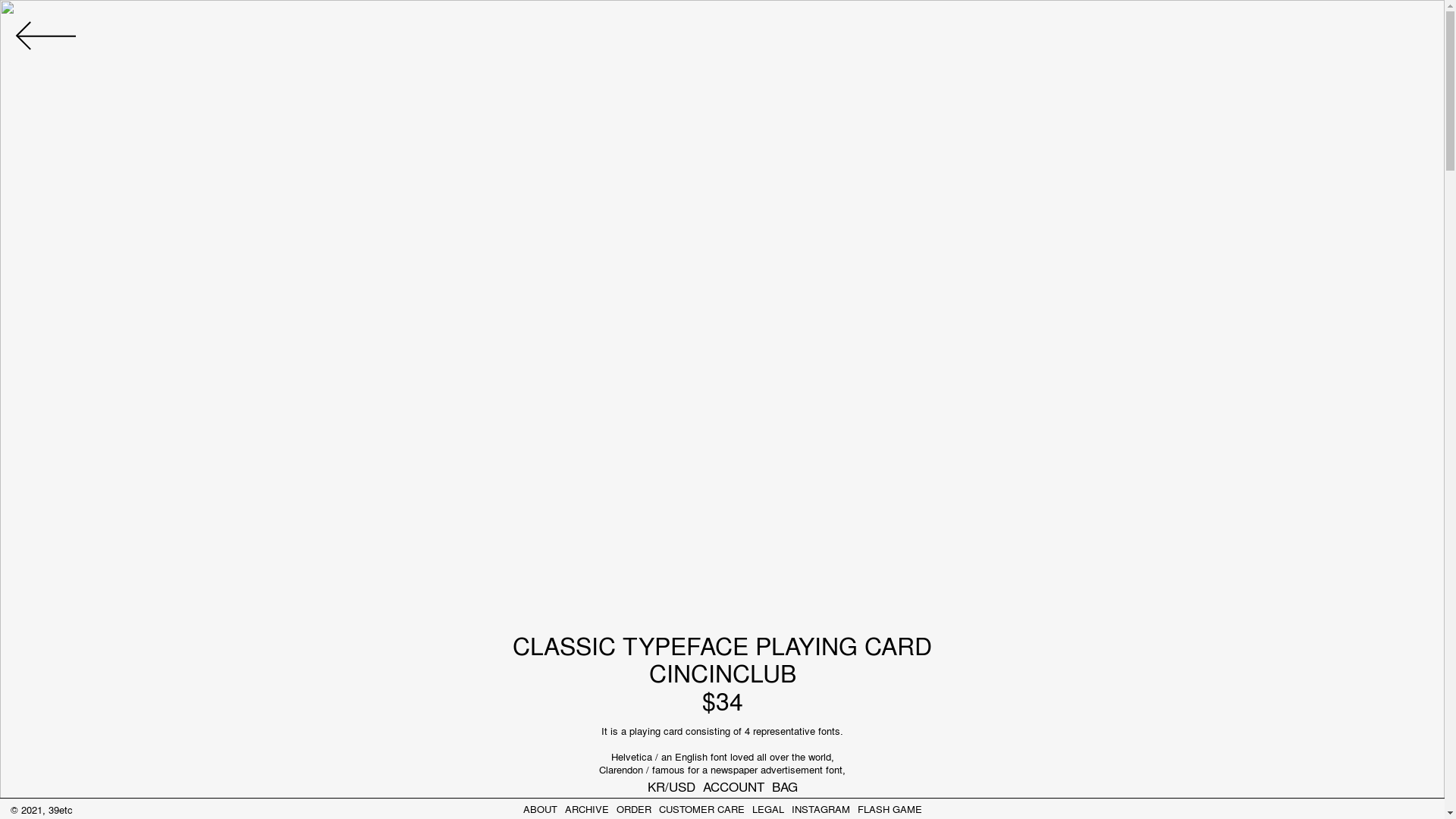  I want to click on 'ACCOUNT', so click(733, 785).